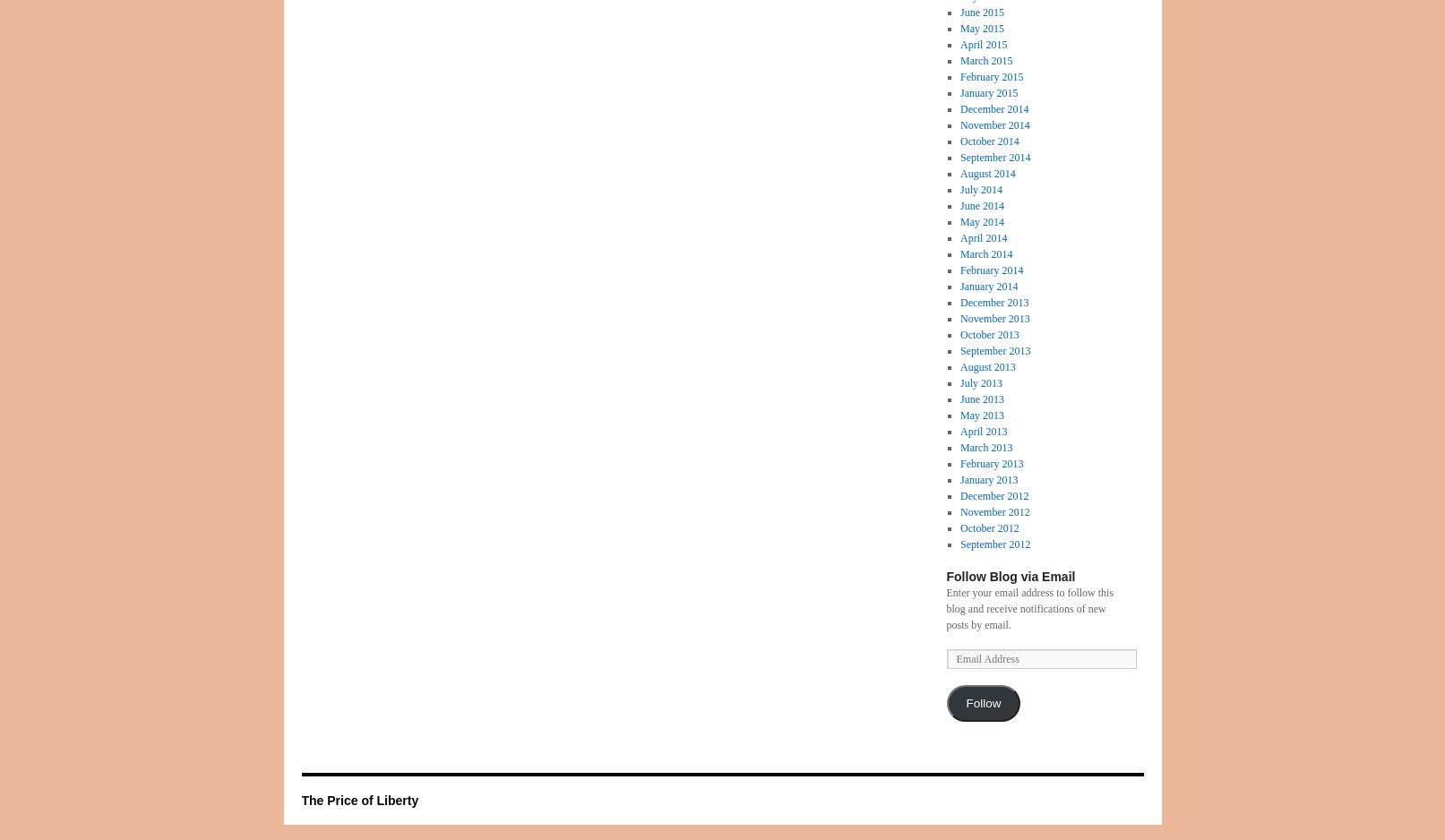 This screenshot has width=1445, height=840. What do you see at coordinates (986, 172) in the screenshot?
I see `'August 2014'` at bounding box center [986, 172].